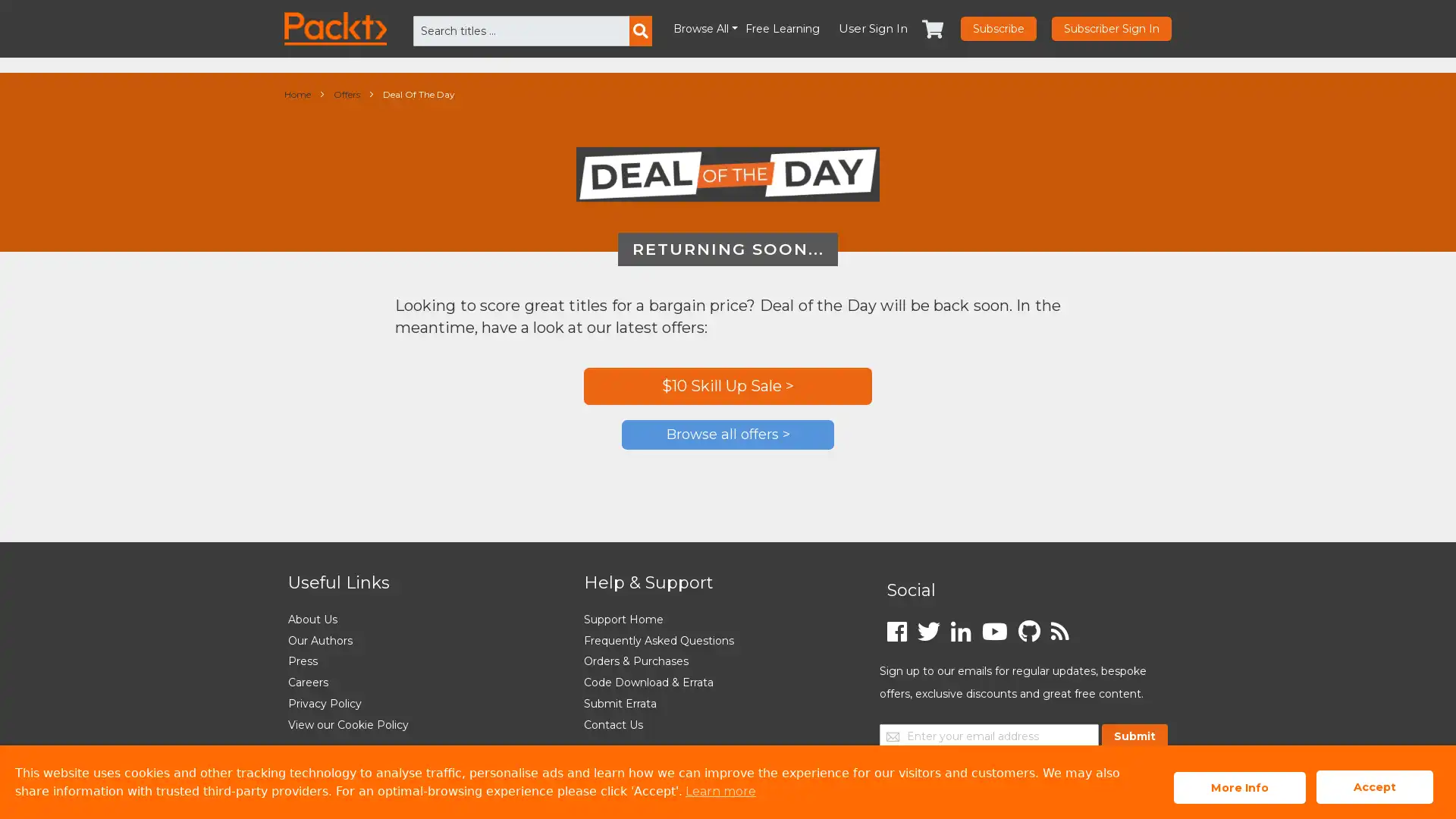 The height and width of the screenshot is (819, 1456). Describe the element at coordinates (1240, 786) in the screenshot. I see `More Info` at that location.